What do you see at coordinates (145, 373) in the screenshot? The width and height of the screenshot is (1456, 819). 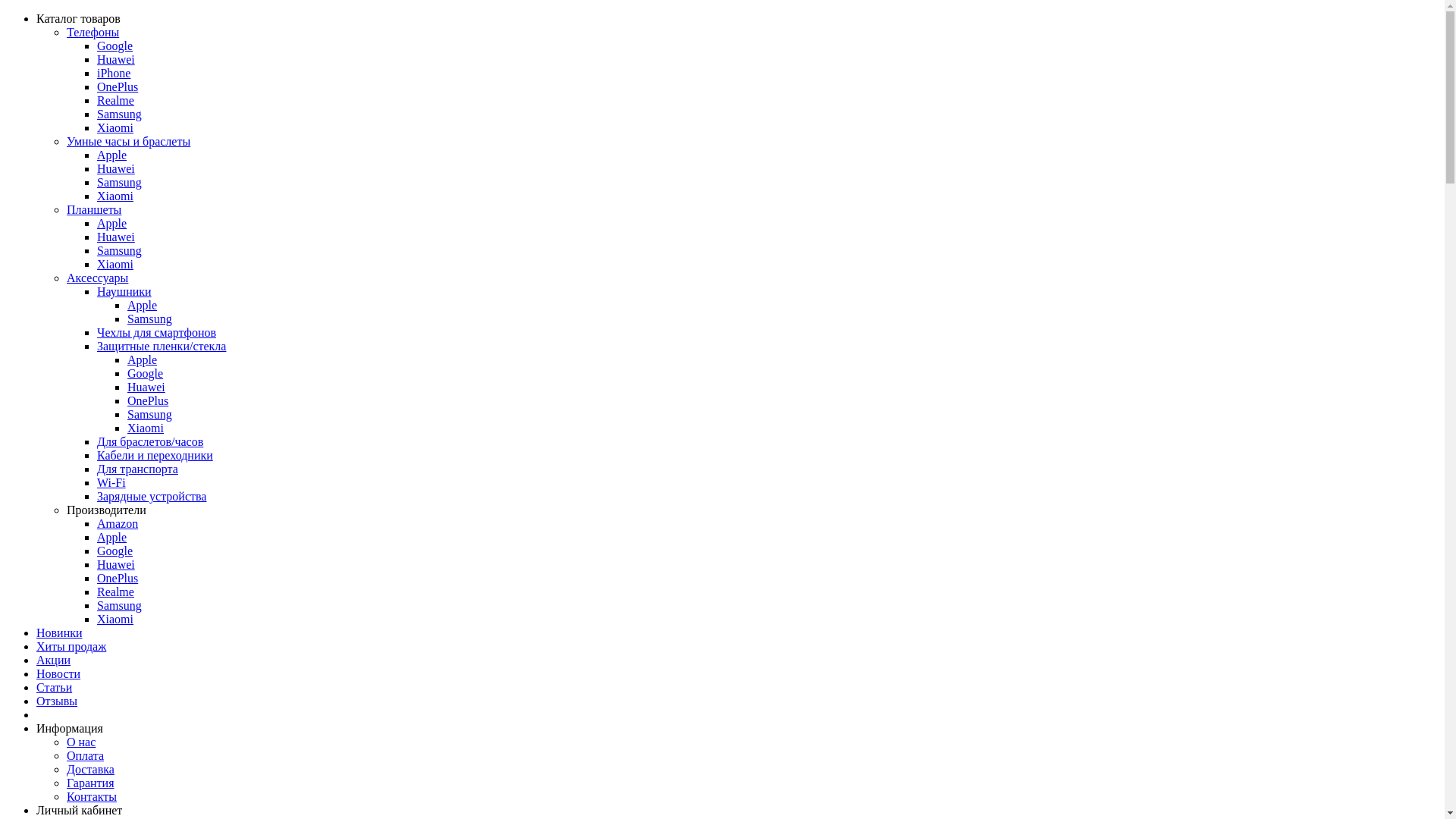 I see `'Google'` at bounding box center [145, 373].